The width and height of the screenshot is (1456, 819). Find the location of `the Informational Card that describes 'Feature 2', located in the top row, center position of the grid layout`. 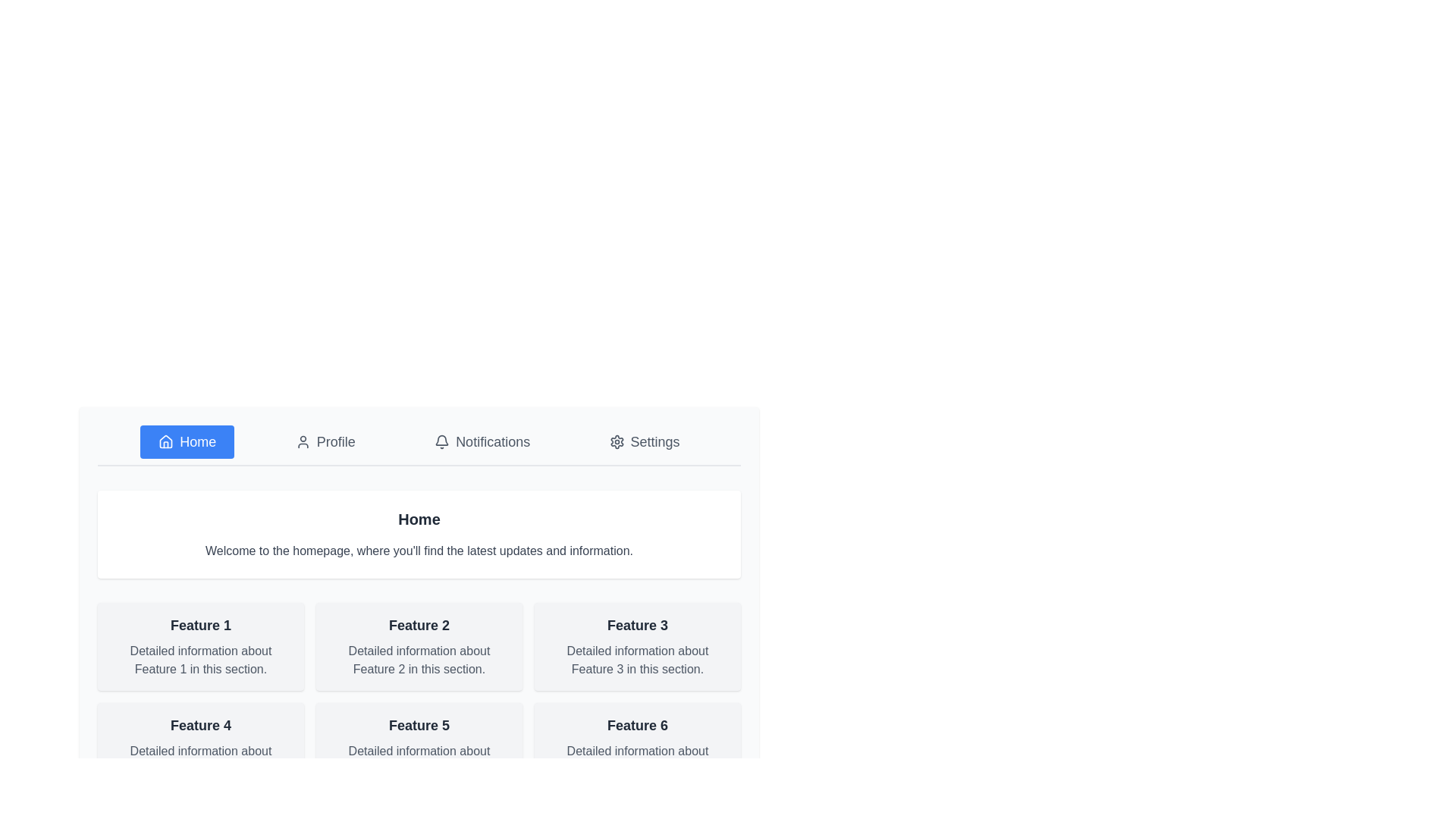

the Informational Card that describes 'Feature 2', located in the top row, center position of the grid layout is located at coordinates (419, 607).